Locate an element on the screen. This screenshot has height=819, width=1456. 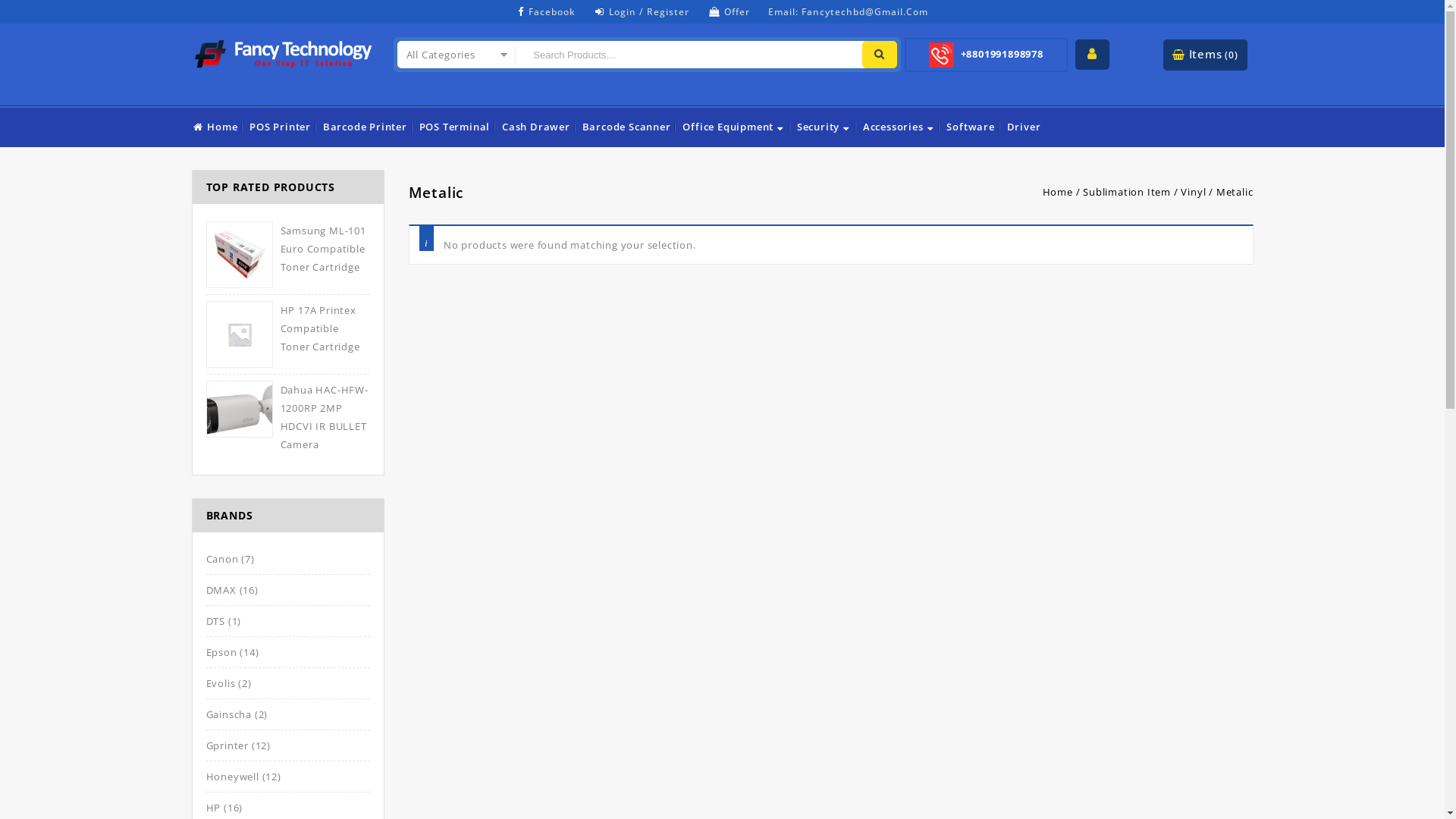
'Security' is located at coordinates (823, 125).